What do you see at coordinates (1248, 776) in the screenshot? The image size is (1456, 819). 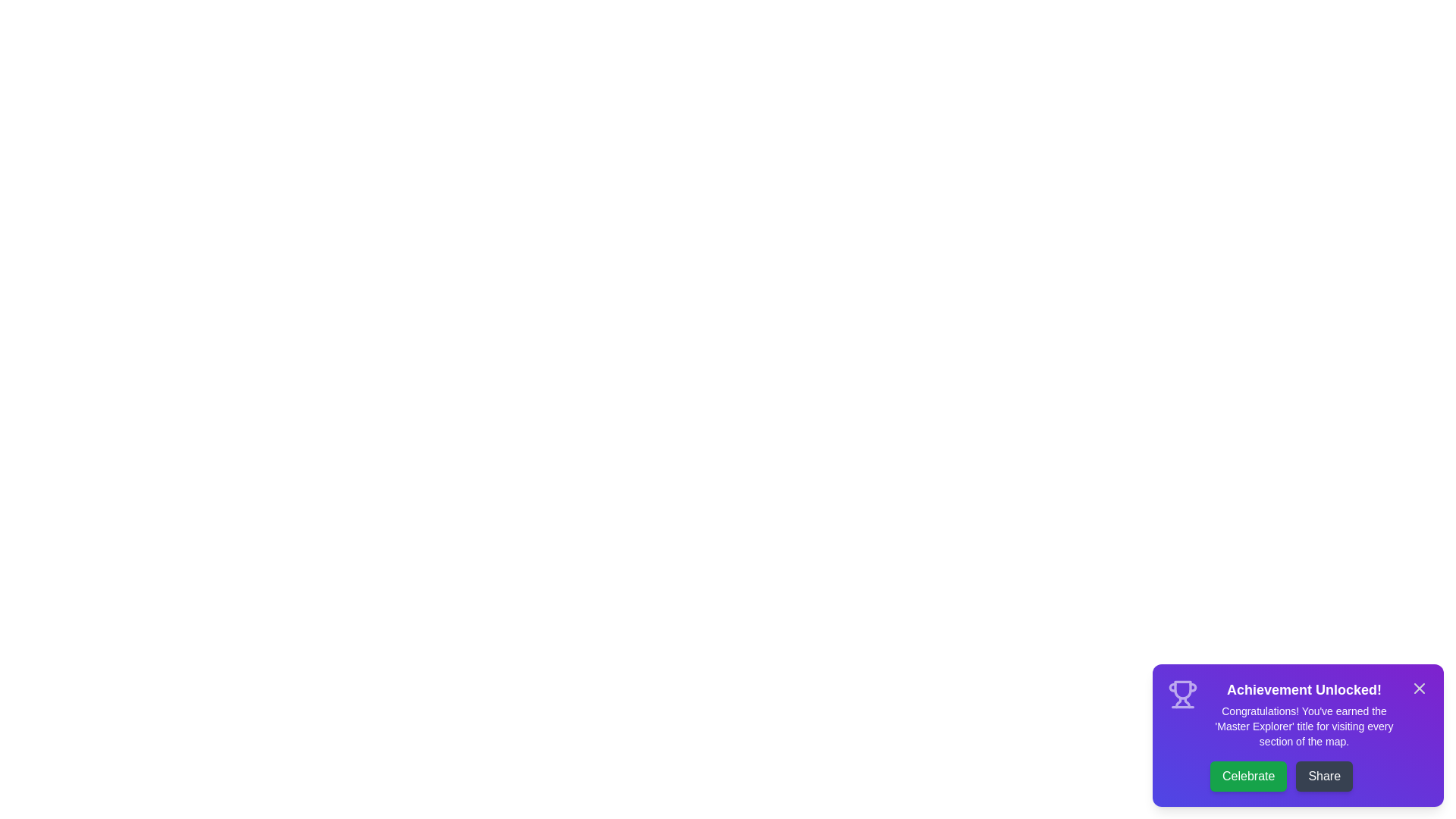 I see `the 'Celebrate' button to acknowledge the achievement` at bounding box center [1248, 776].